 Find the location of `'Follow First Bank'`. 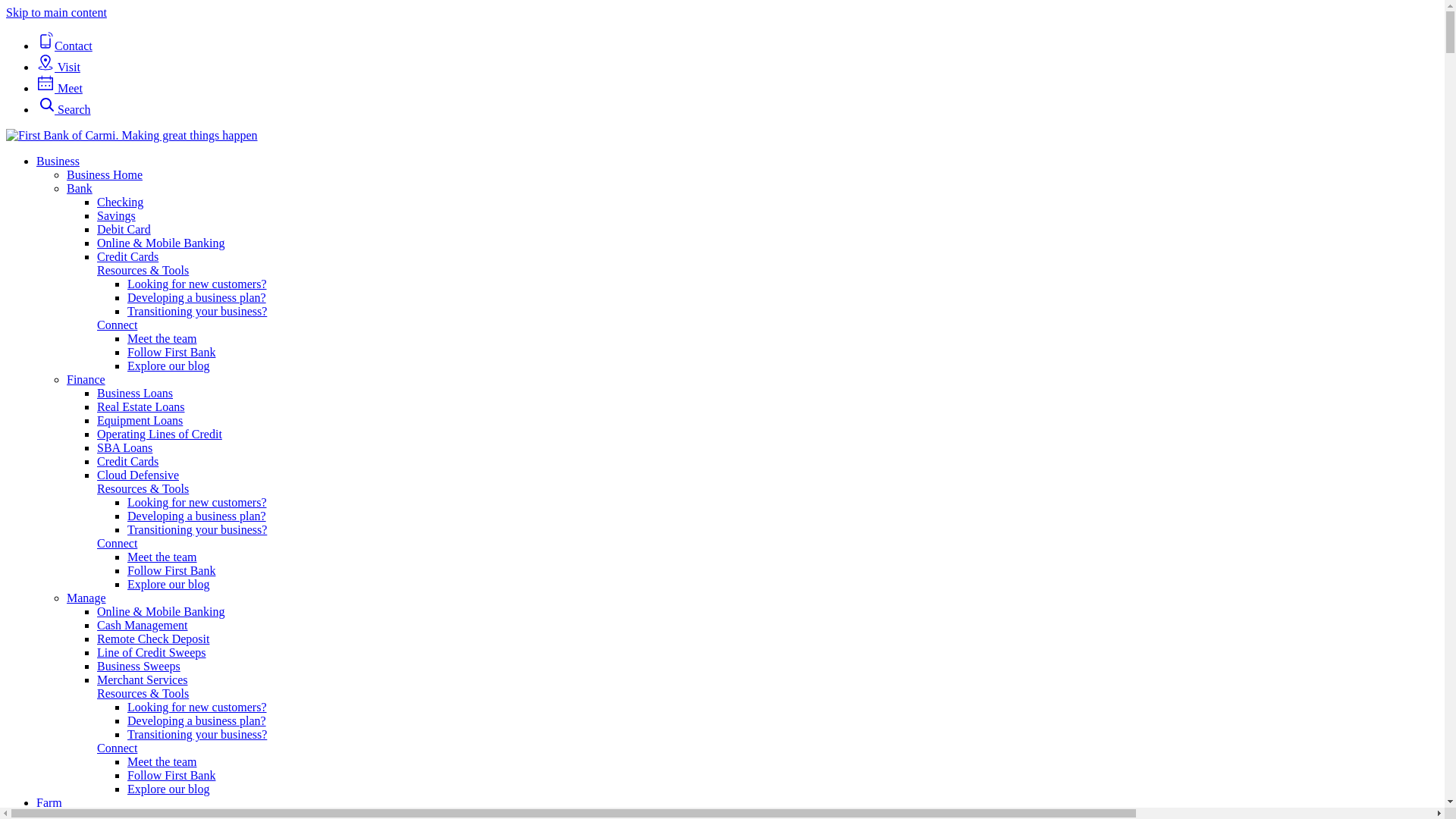

'Follow First Bank' is located at coordinates (127, 352).